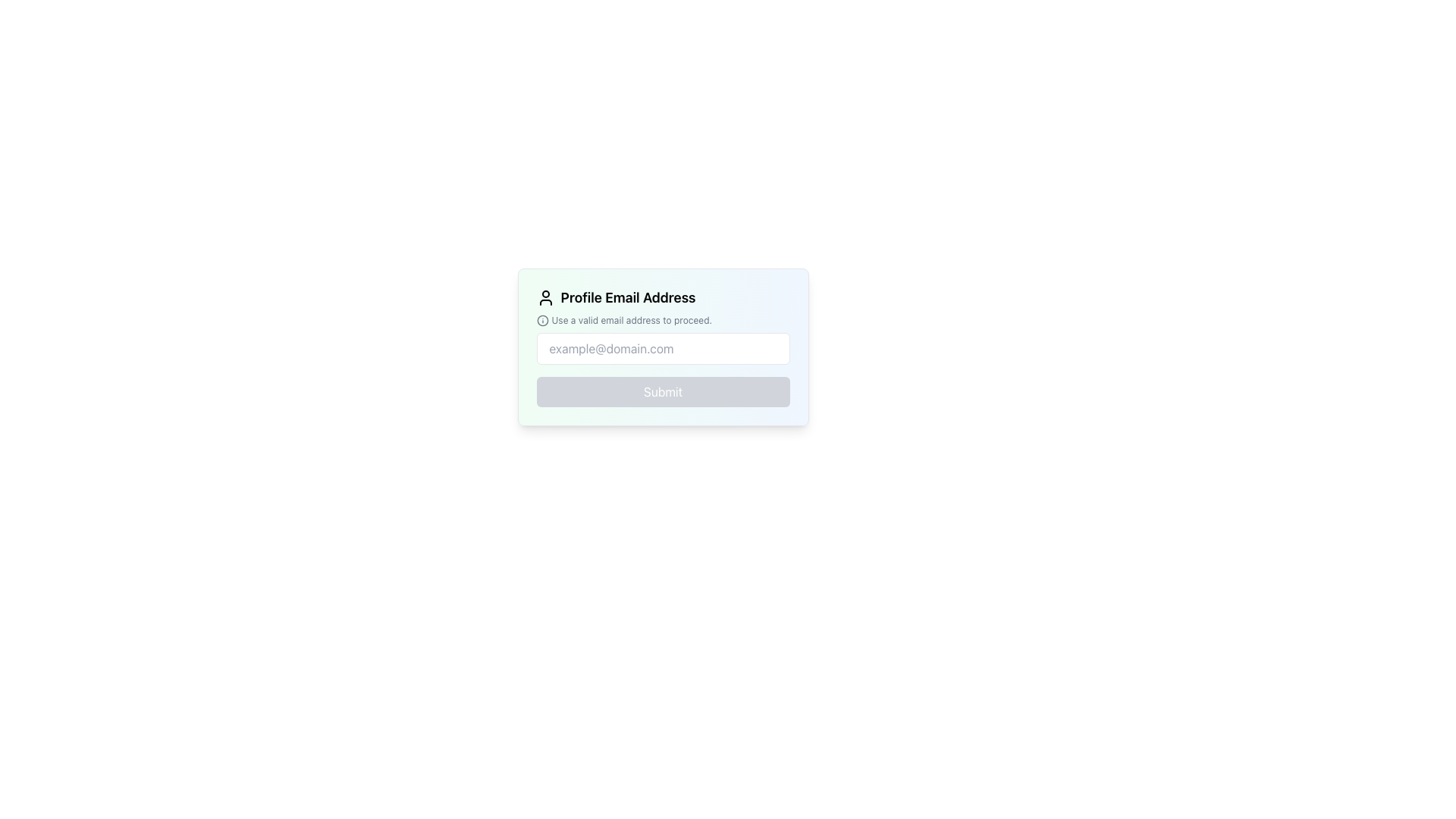  I want to click on the Text label with an informational icon that instructs the user about the requirement of a valid email address, located below the title 'Profile Email Address' and above the email input field, so click(663, 320).